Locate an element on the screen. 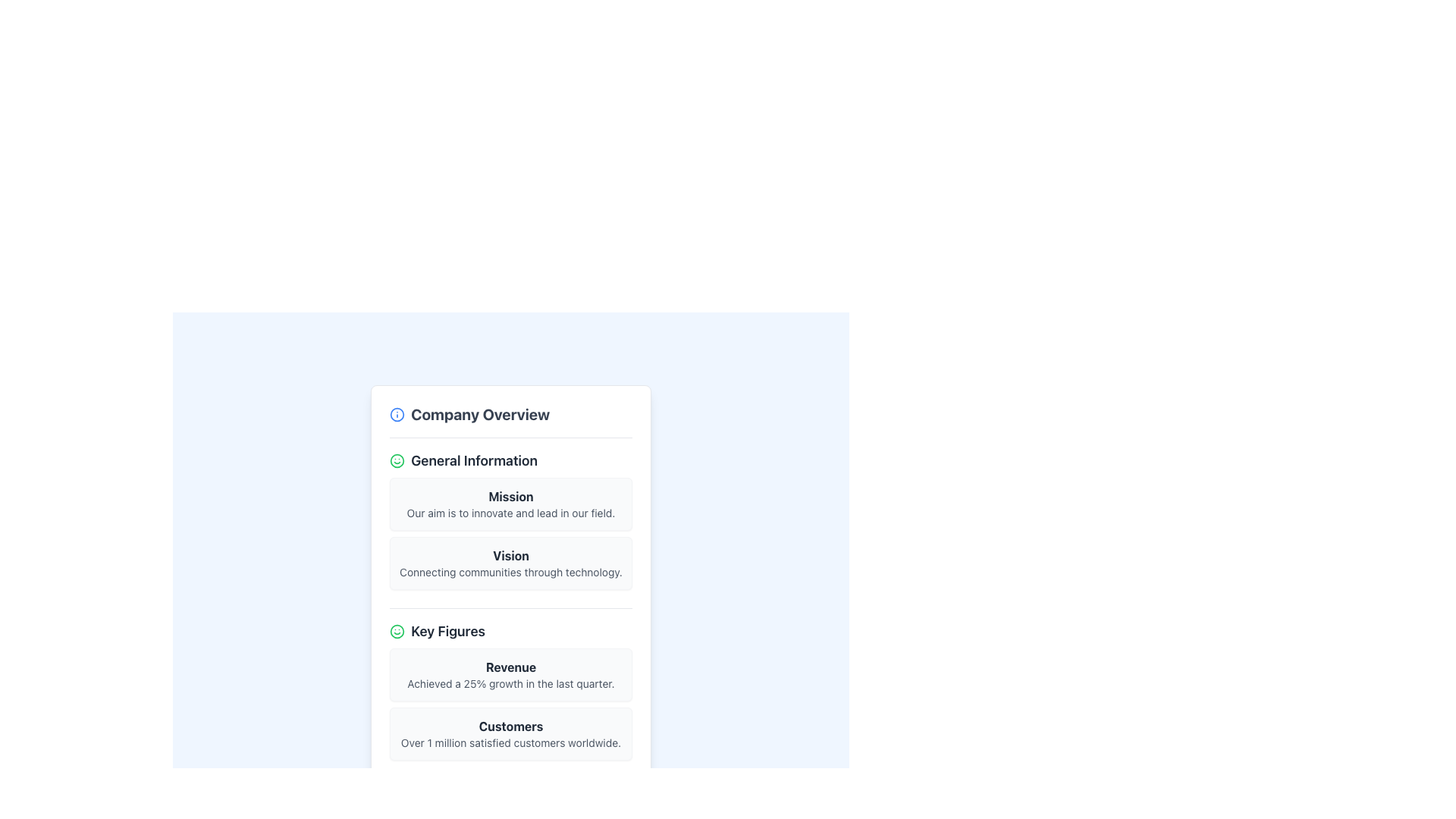  the text label displaying 'Mission' in bold and dark gray font, which is centrally positioned within a white card with rounded corners is located at coordinates (510, 497).